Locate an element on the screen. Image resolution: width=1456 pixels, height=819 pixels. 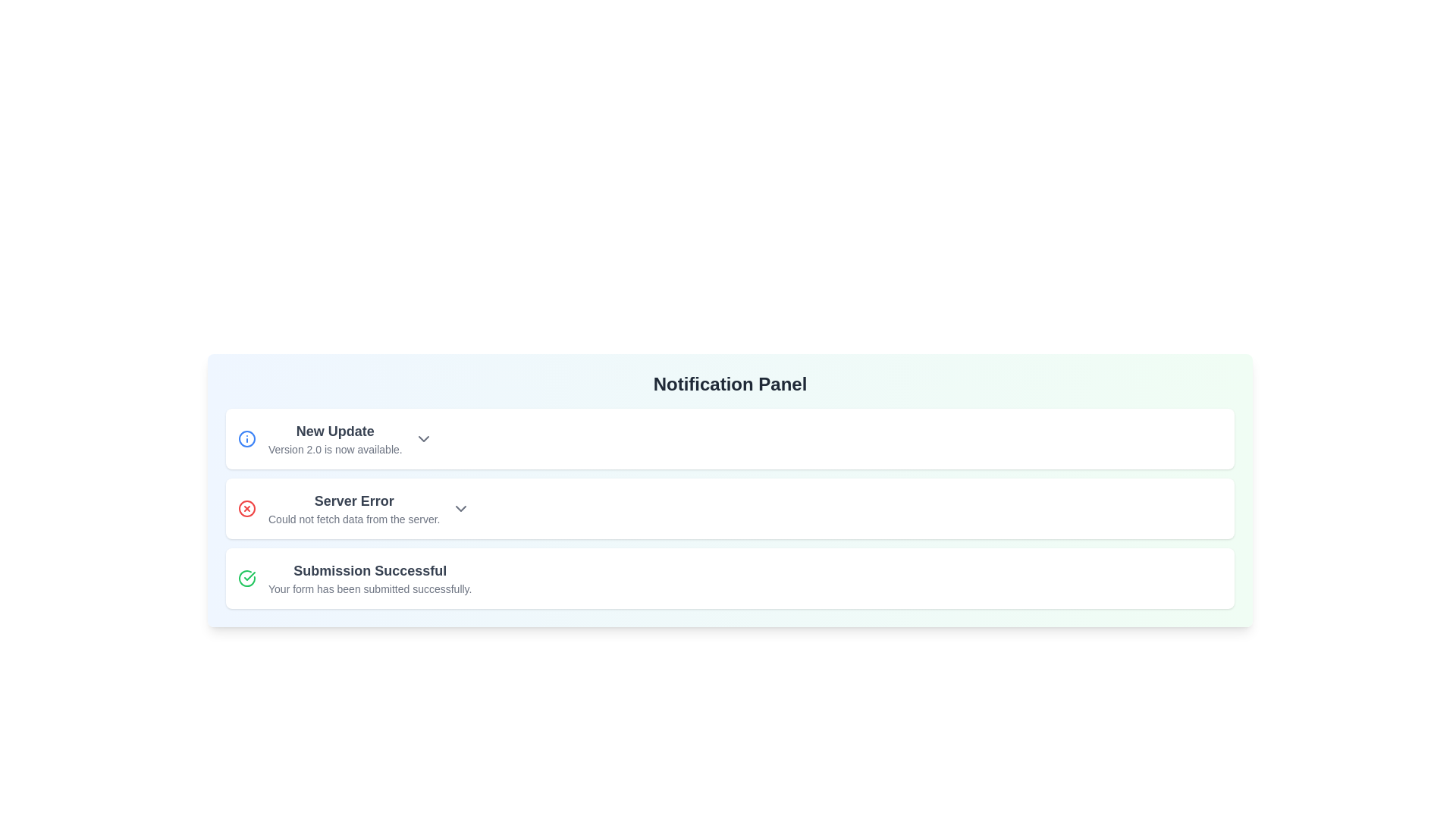
the 'Server Error' text label, which is prominently displayed in bold dark gray within the second card of the notifications list is located at coordinates (353, 500).